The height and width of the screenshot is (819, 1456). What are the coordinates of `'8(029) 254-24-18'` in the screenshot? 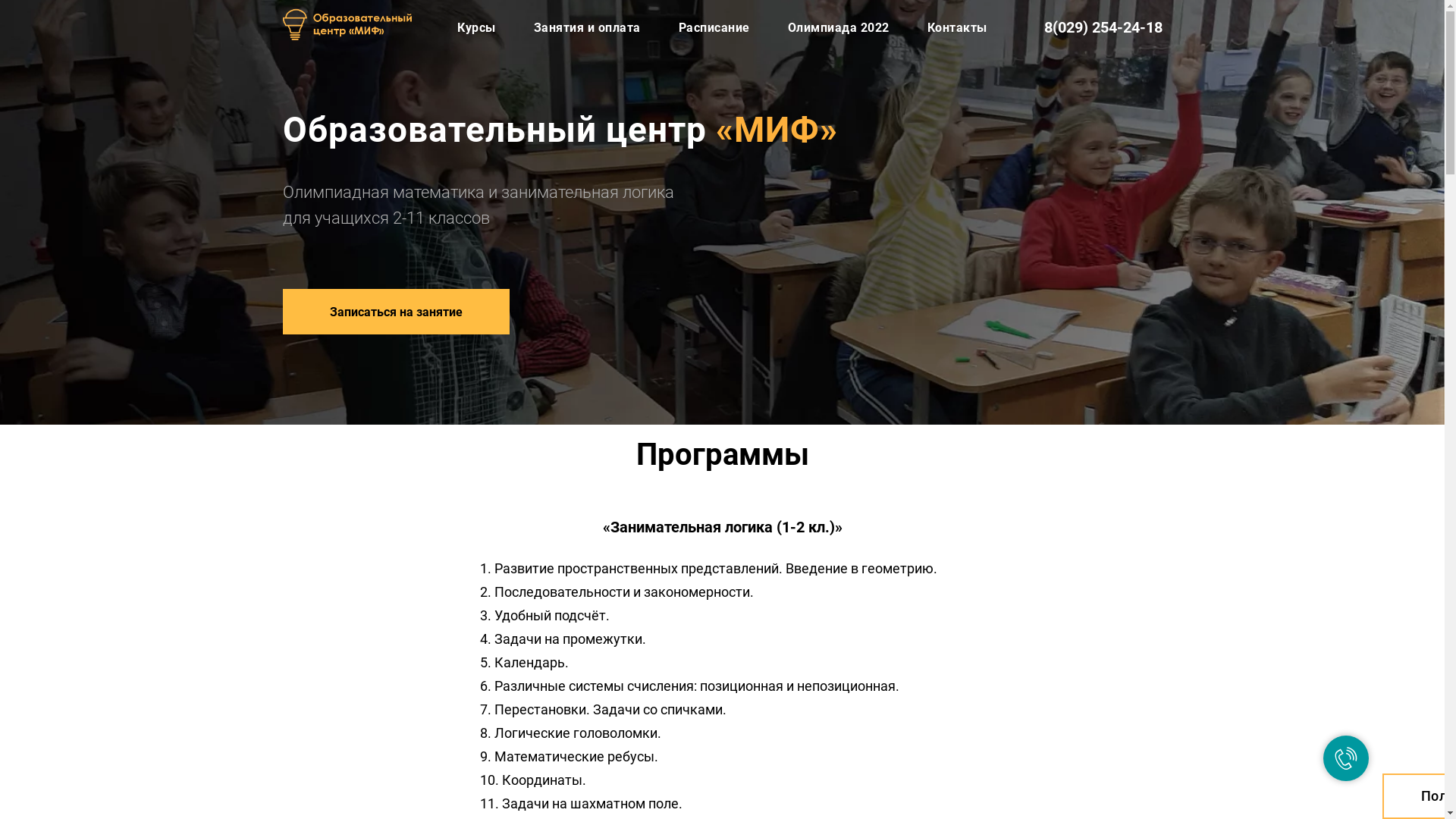 It's located at (1103, 27).